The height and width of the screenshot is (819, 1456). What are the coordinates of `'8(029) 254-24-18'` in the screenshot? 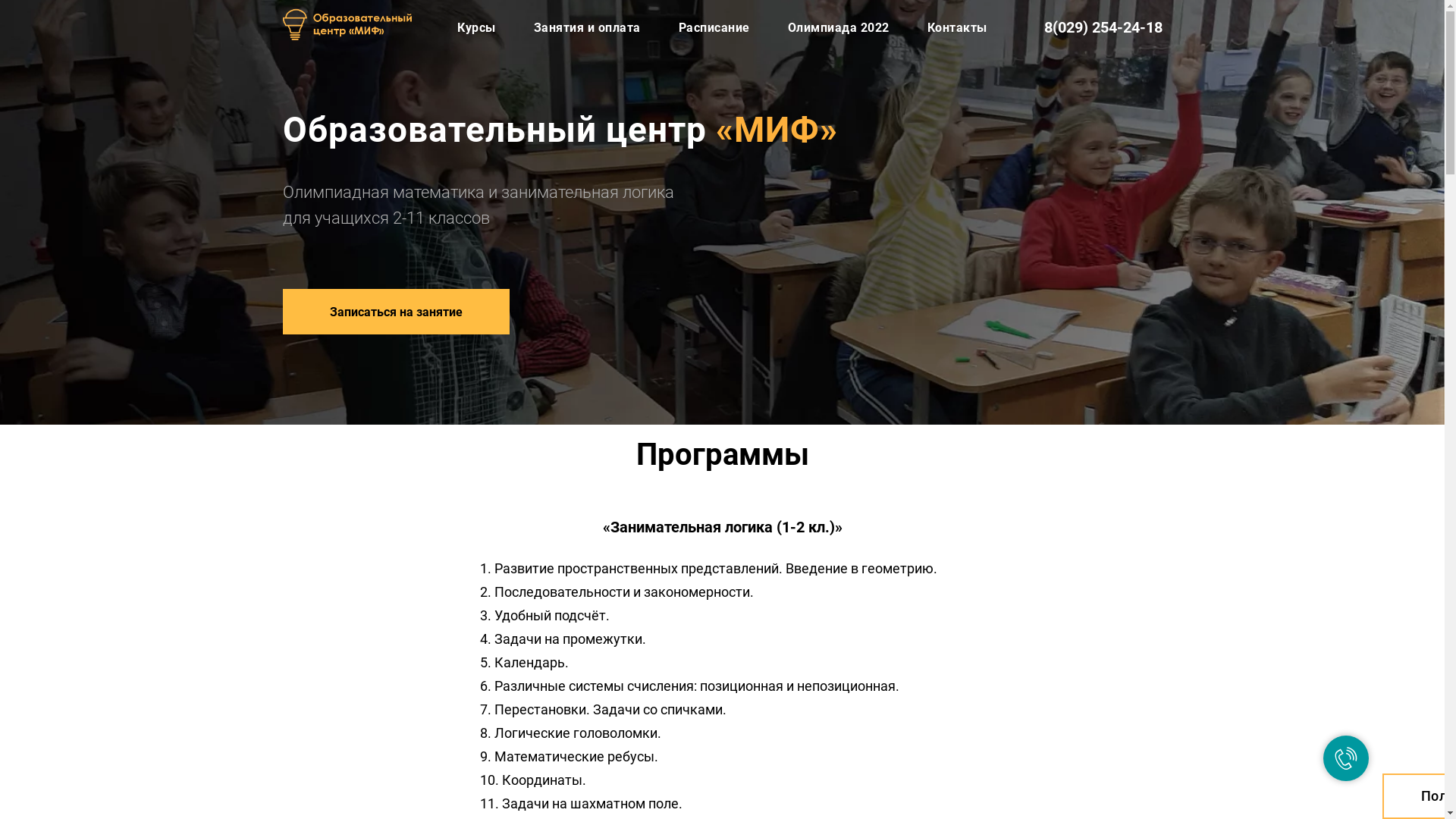 It's located at (1103, 27).